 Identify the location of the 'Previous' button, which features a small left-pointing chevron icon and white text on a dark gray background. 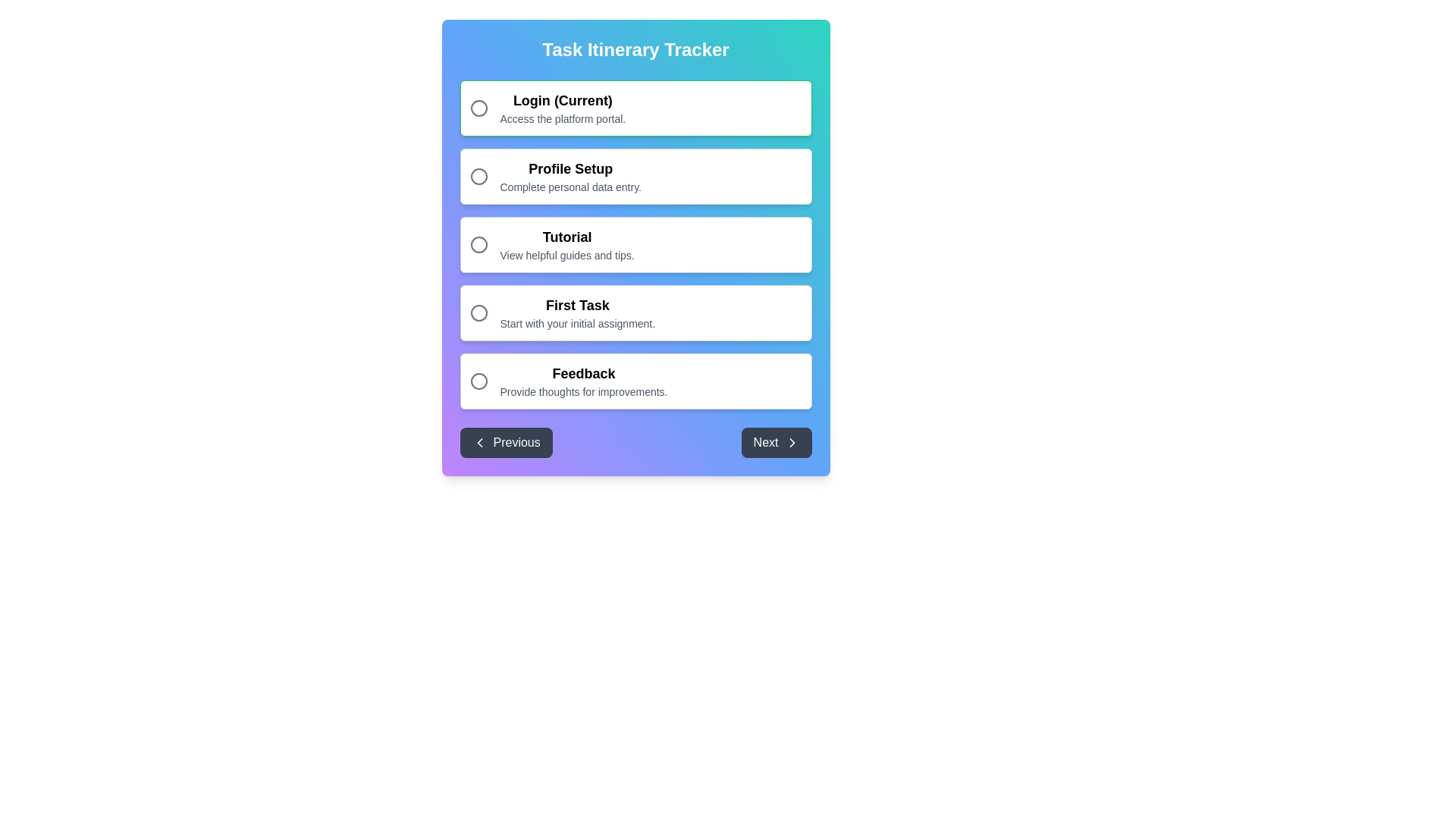
(479, 442).